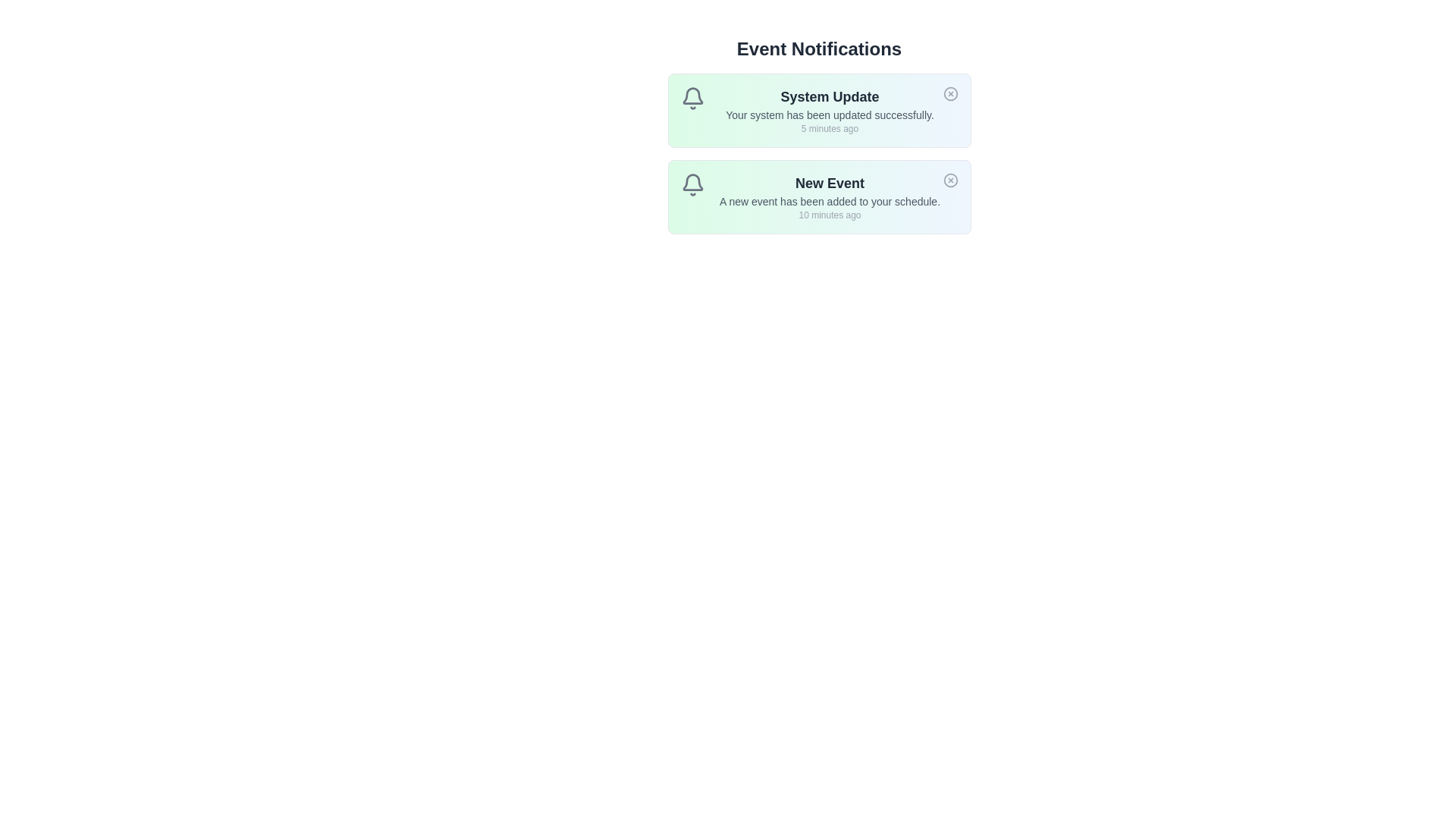  Describe the element at coordinates (818, 110) in the screenshot. I see `the notification titled System Update to read its details` at that location.